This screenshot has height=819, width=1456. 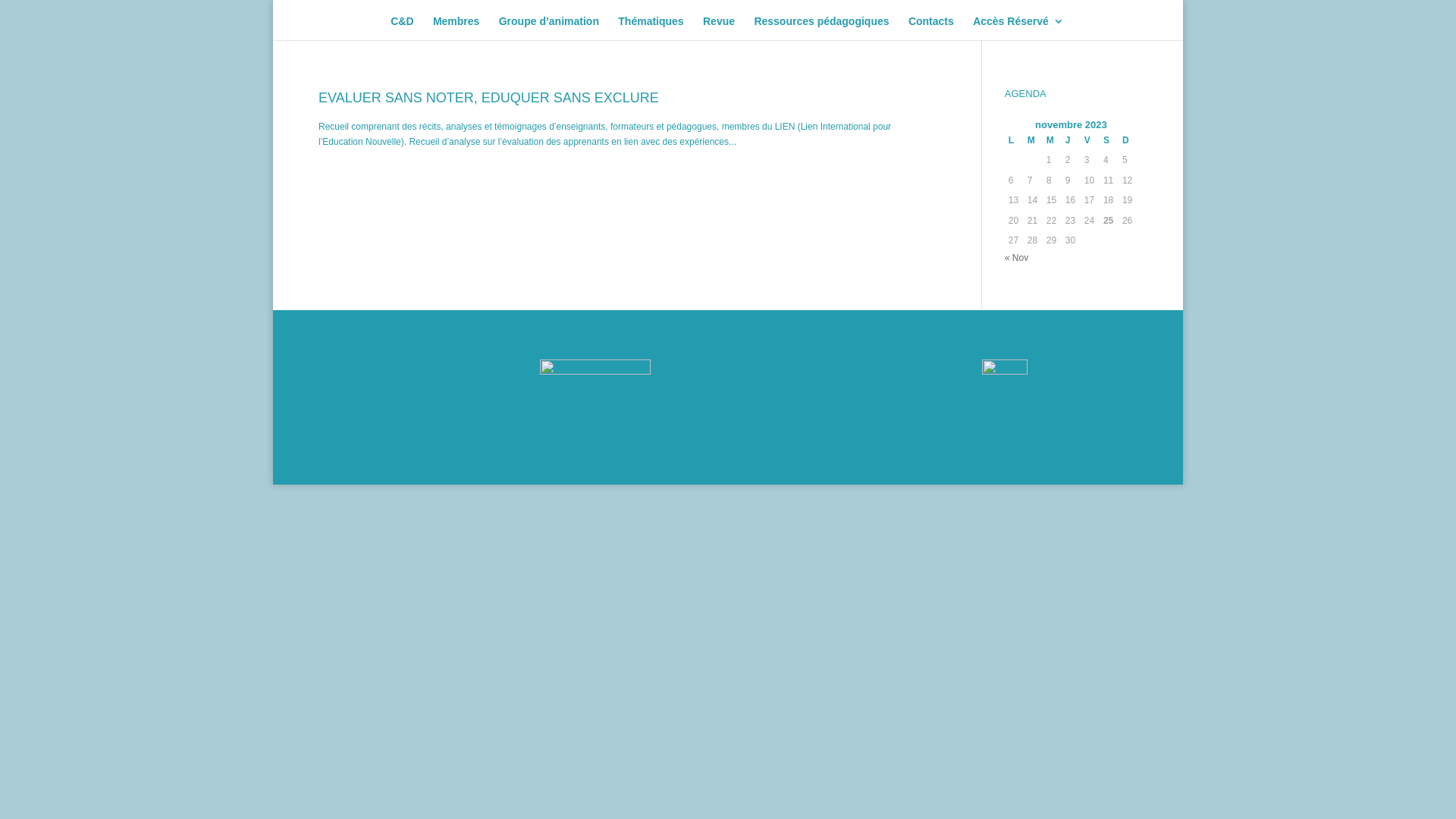 I want to click on 'Contacts', so click(x=930, y=28).